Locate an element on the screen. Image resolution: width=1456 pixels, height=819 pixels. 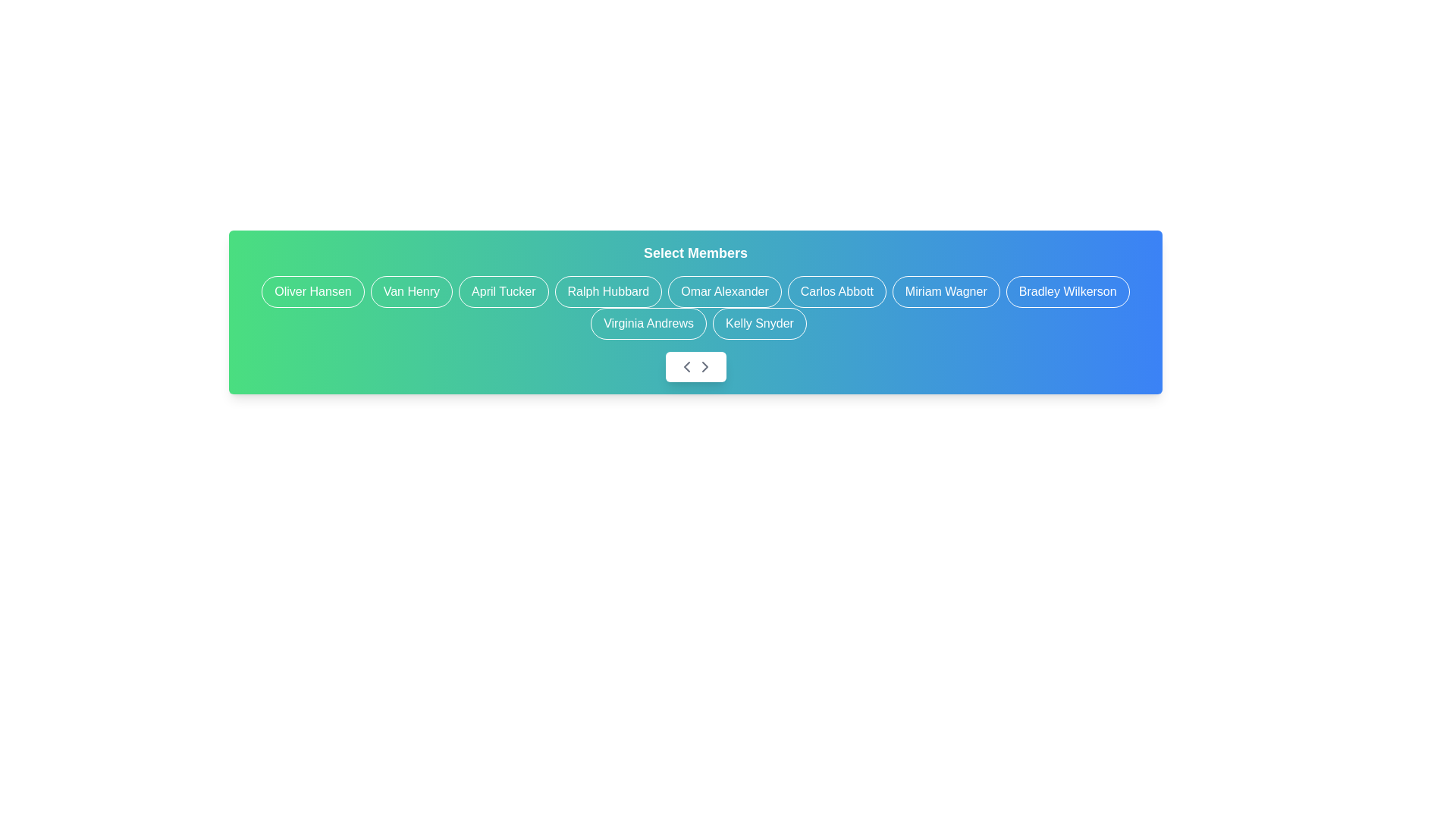
the button representing 'Van Henry', which is the second button in a horizontal list of buttons is located at coordinates (411, 292).